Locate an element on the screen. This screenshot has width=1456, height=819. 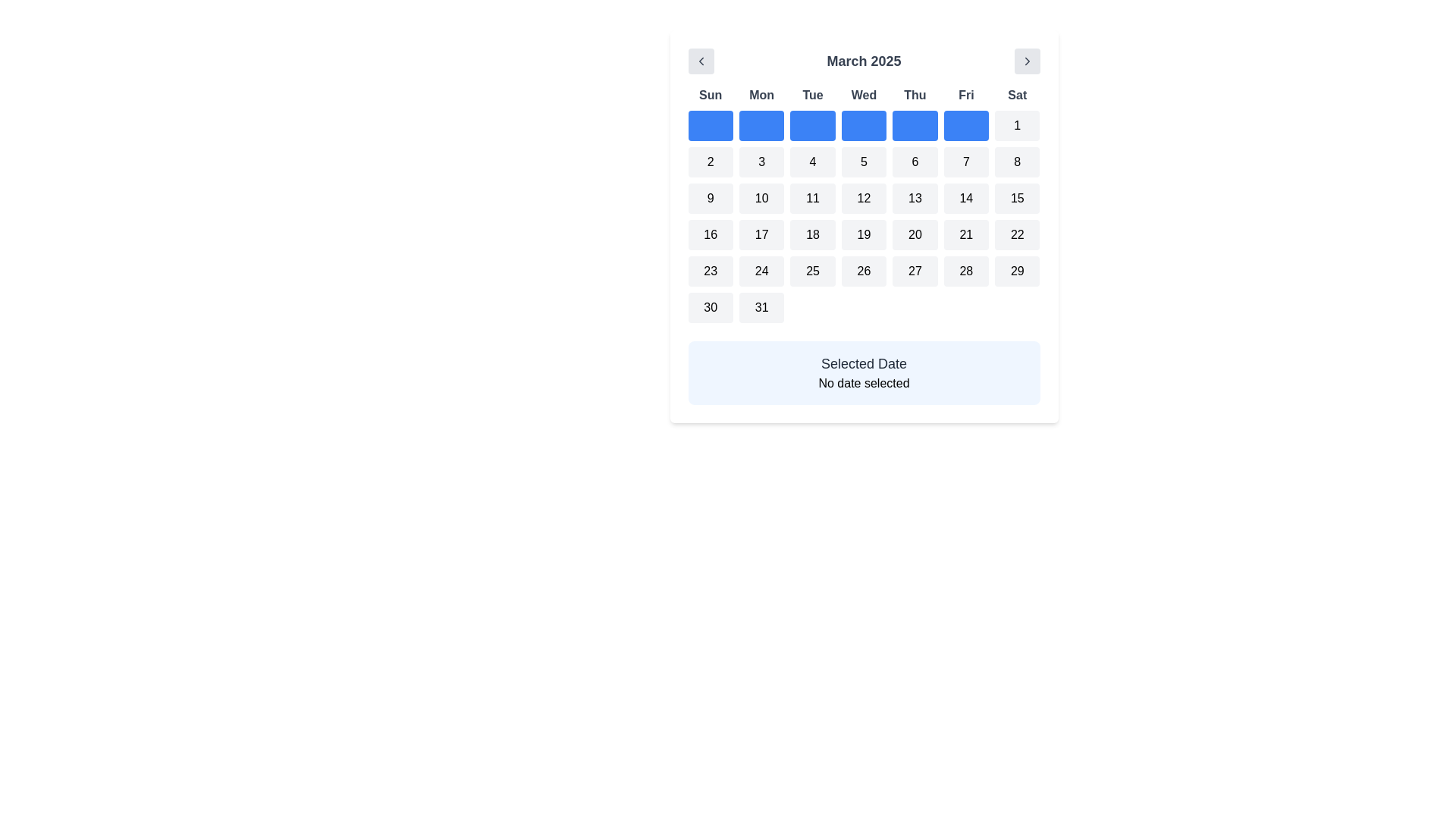
the static label displaying 'March 2025', which is centrally positioned at the top of the calendar interface and flanked by arrow icons is located at coordinates (864, 61).